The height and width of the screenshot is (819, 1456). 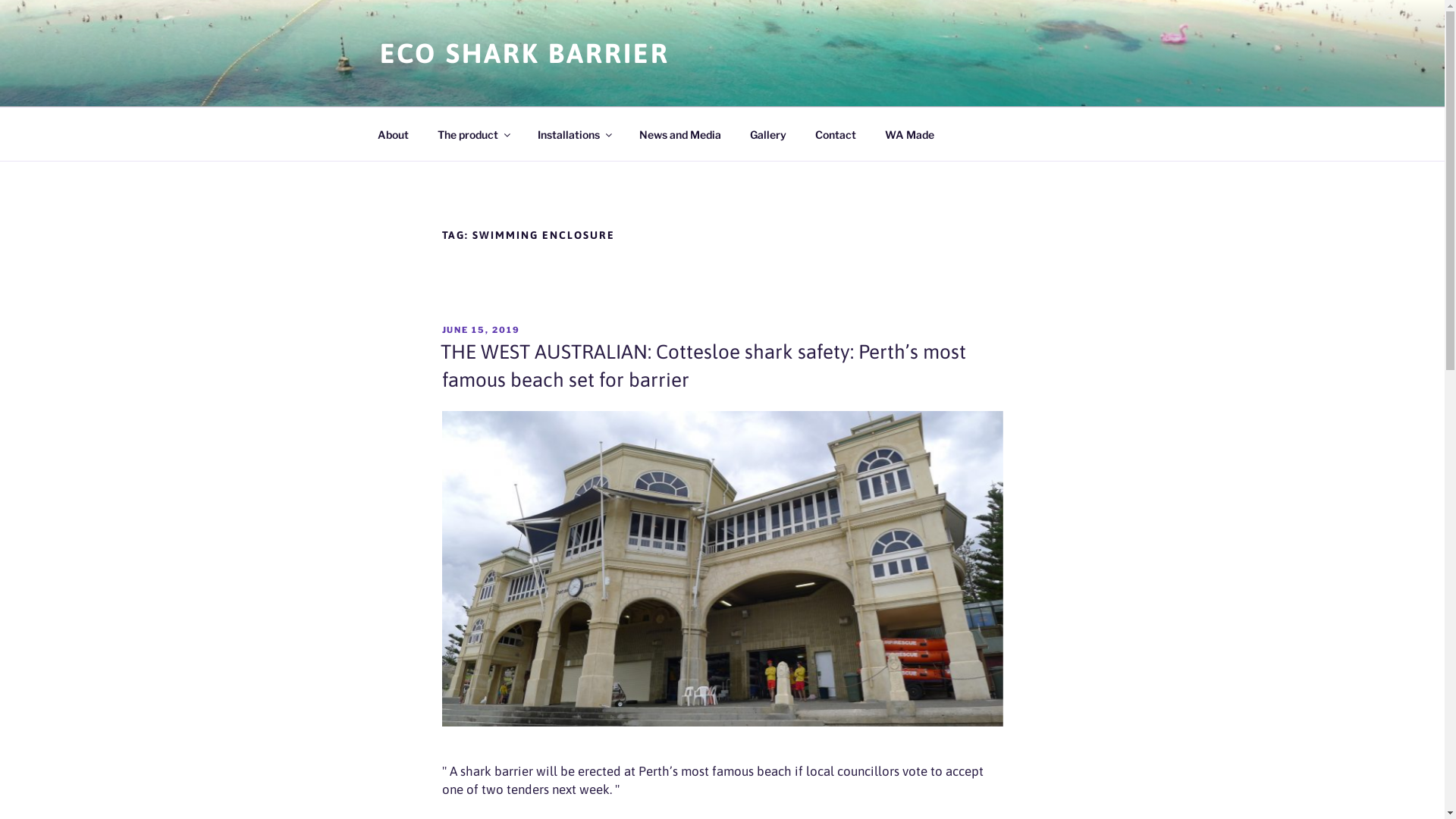 What do you see at coordinates (910, 133) in the screenshot?
I see `'WA Made'` at bounding box center [910, 133].